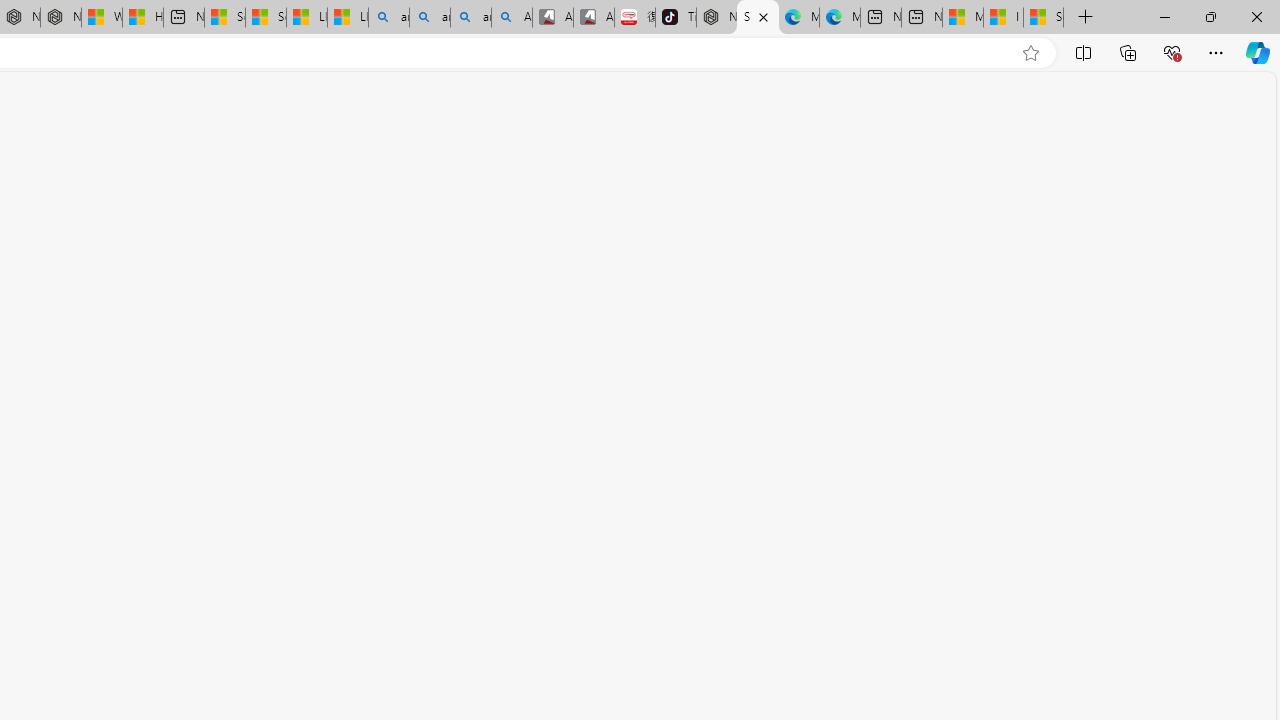  I want to click on 'Amazon Echo Robot - Search Images', so click(512, 17).